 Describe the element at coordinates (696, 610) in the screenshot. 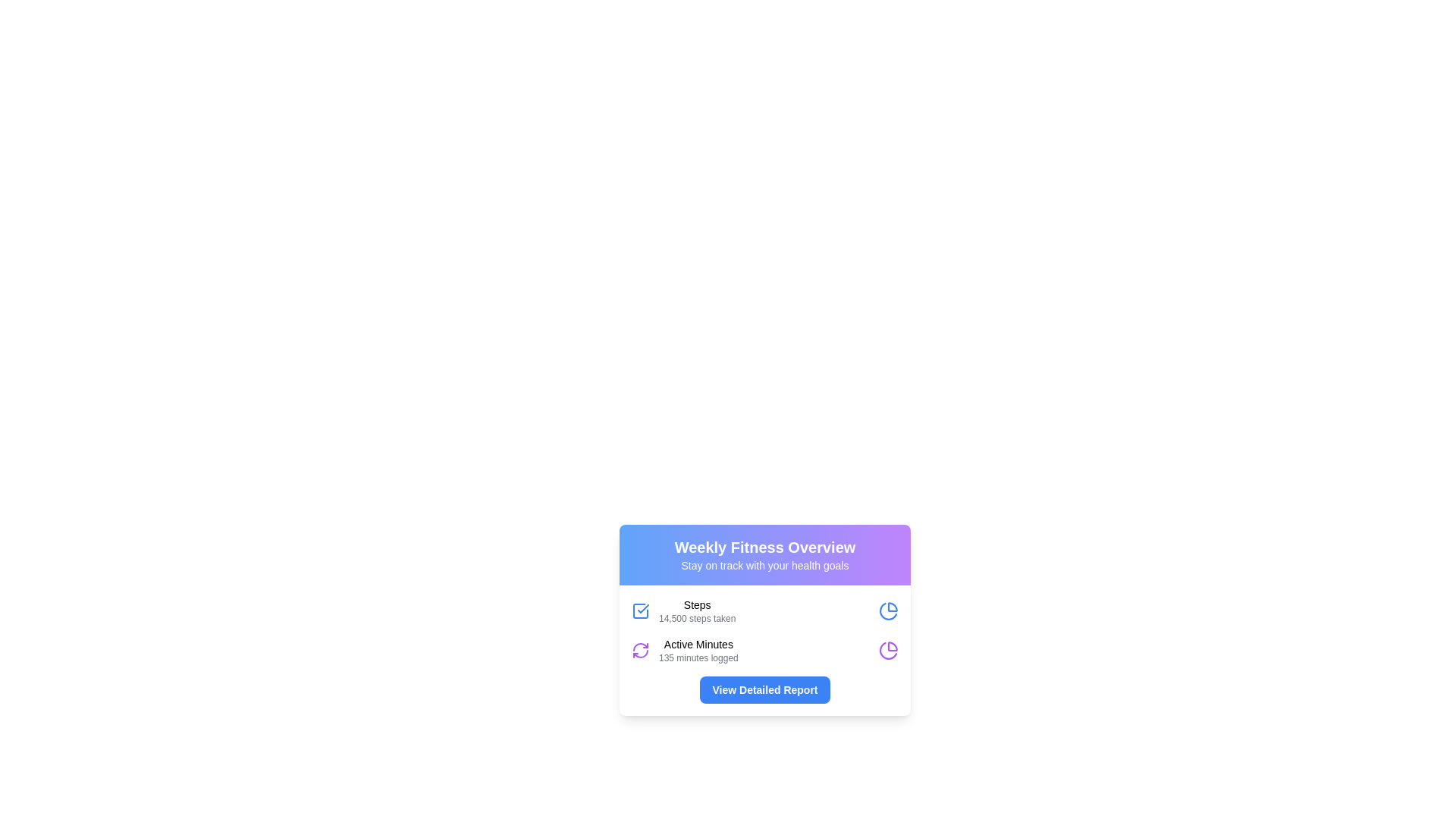

I see `text from the 'Steps' label in the Weekly Fitness Overview card, which shows 'Steps' and '14,500 steps taken'` at that location.